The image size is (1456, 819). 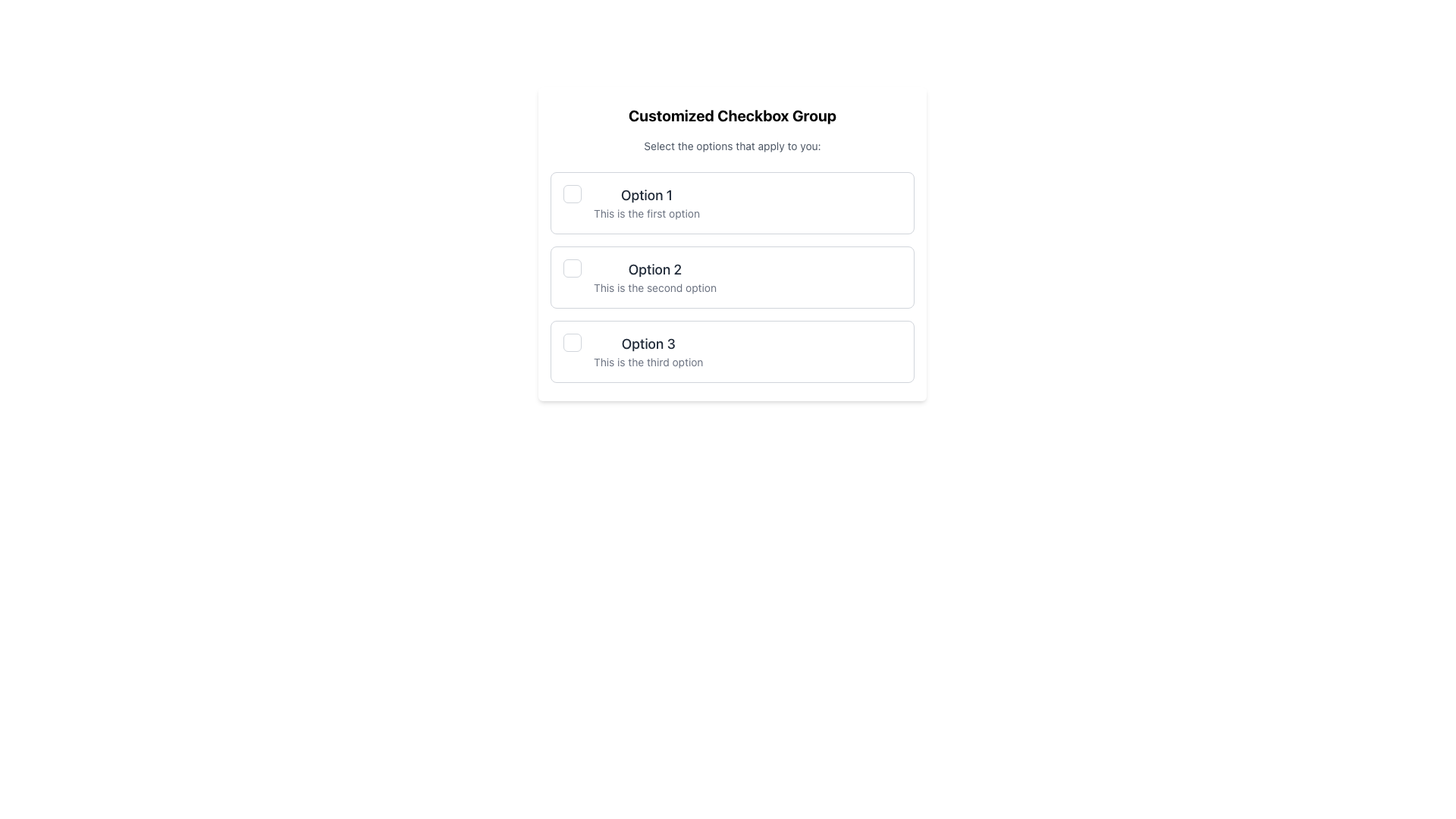 What do you see at coordinates (655, 268) in the screenshot?
I see `the static text label that reads 'Option 2', which is styled with a larger font size and bold formatting, located in the middle of a vertical list of options` at bounding box center [655, 268].